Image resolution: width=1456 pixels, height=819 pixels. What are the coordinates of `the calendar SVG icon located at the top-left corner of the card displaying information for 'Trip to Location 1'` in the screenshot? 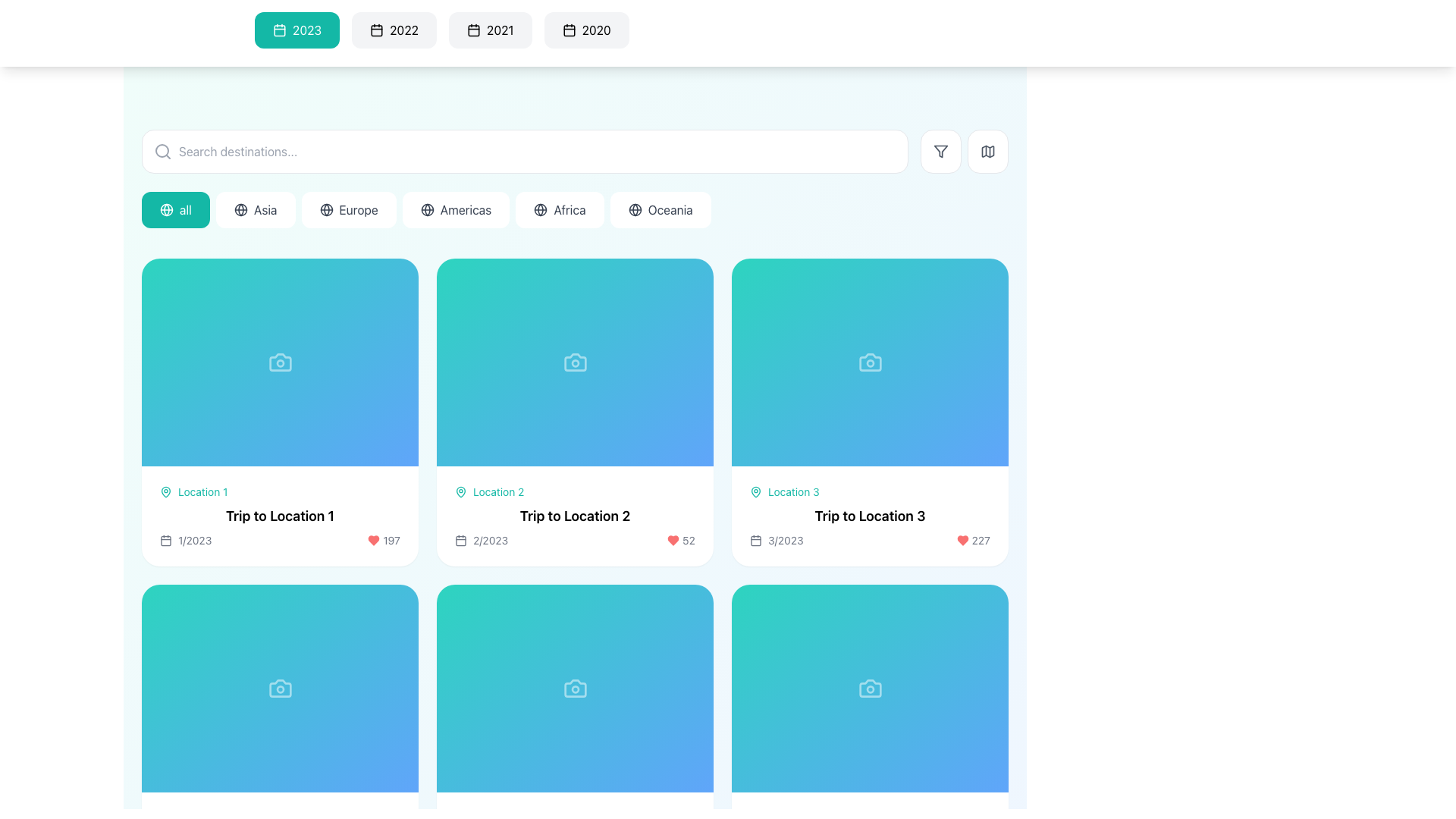 It's located at (166, 539).